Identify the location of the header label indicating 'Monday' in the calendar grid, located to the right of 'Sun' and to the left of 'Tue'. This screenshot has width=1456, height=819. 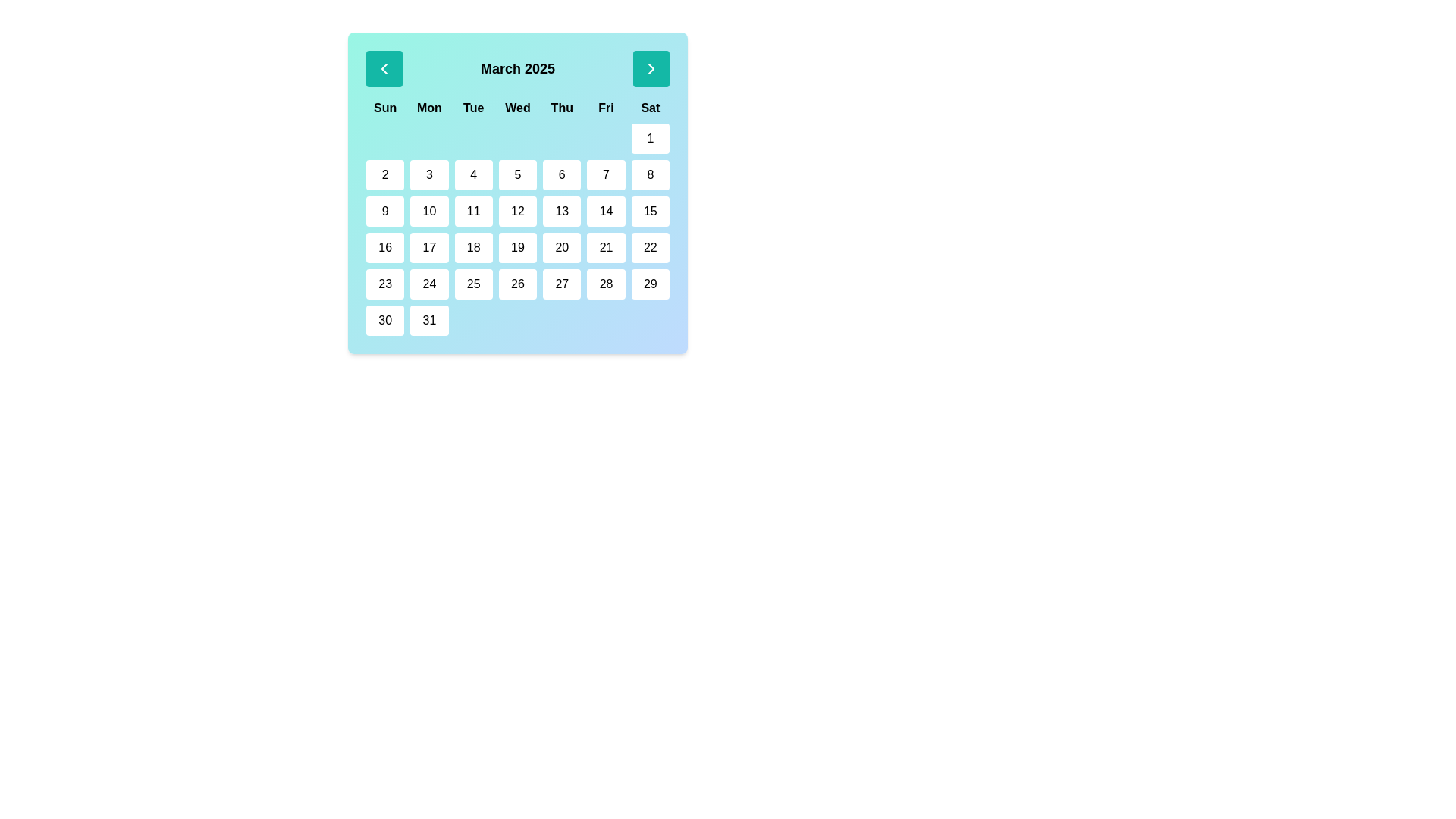
(428, 107).